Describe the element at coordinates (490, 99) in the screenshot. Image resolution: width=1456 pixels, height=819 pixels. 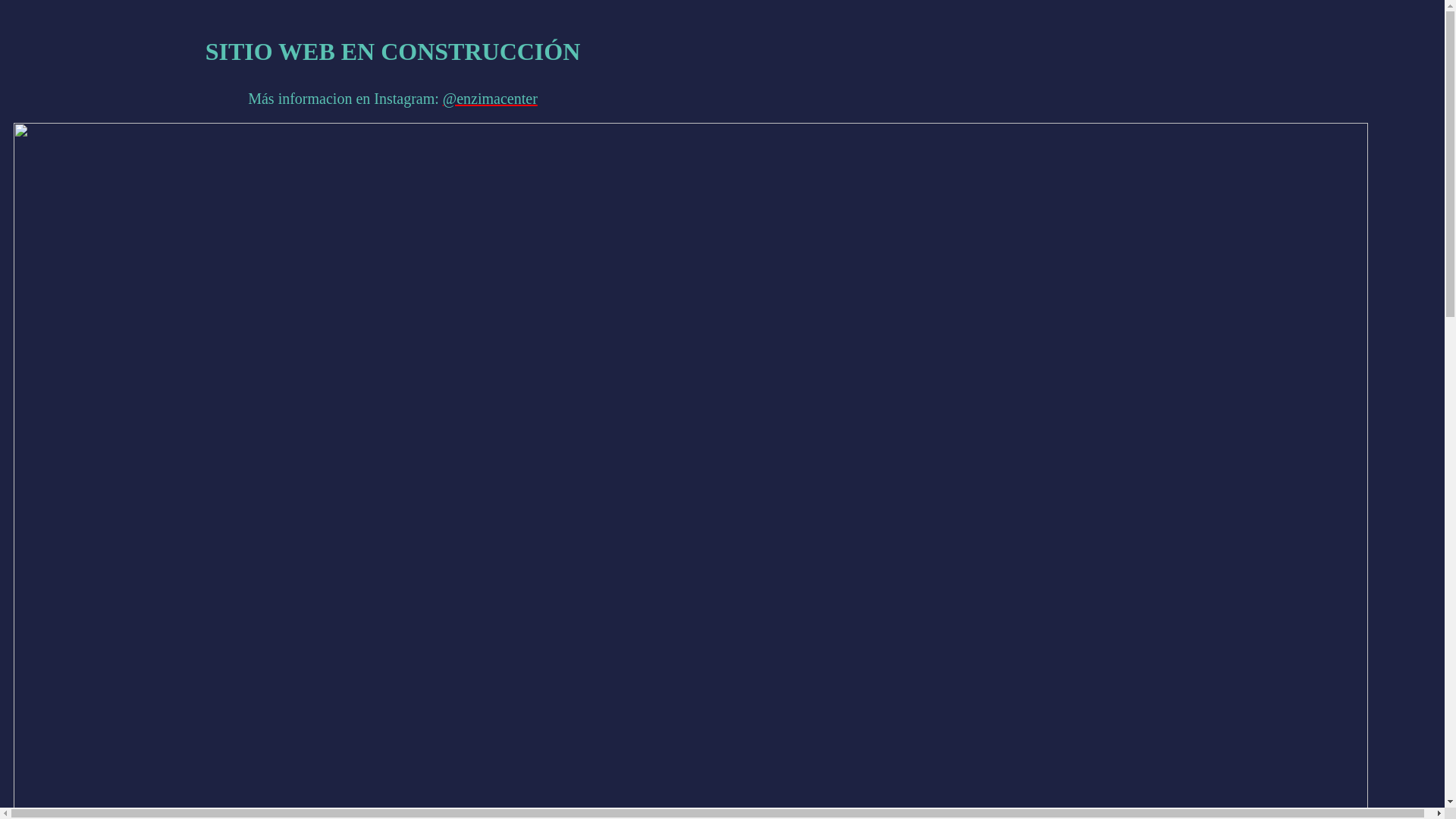
I see `'@enzimacenter'` at that location.